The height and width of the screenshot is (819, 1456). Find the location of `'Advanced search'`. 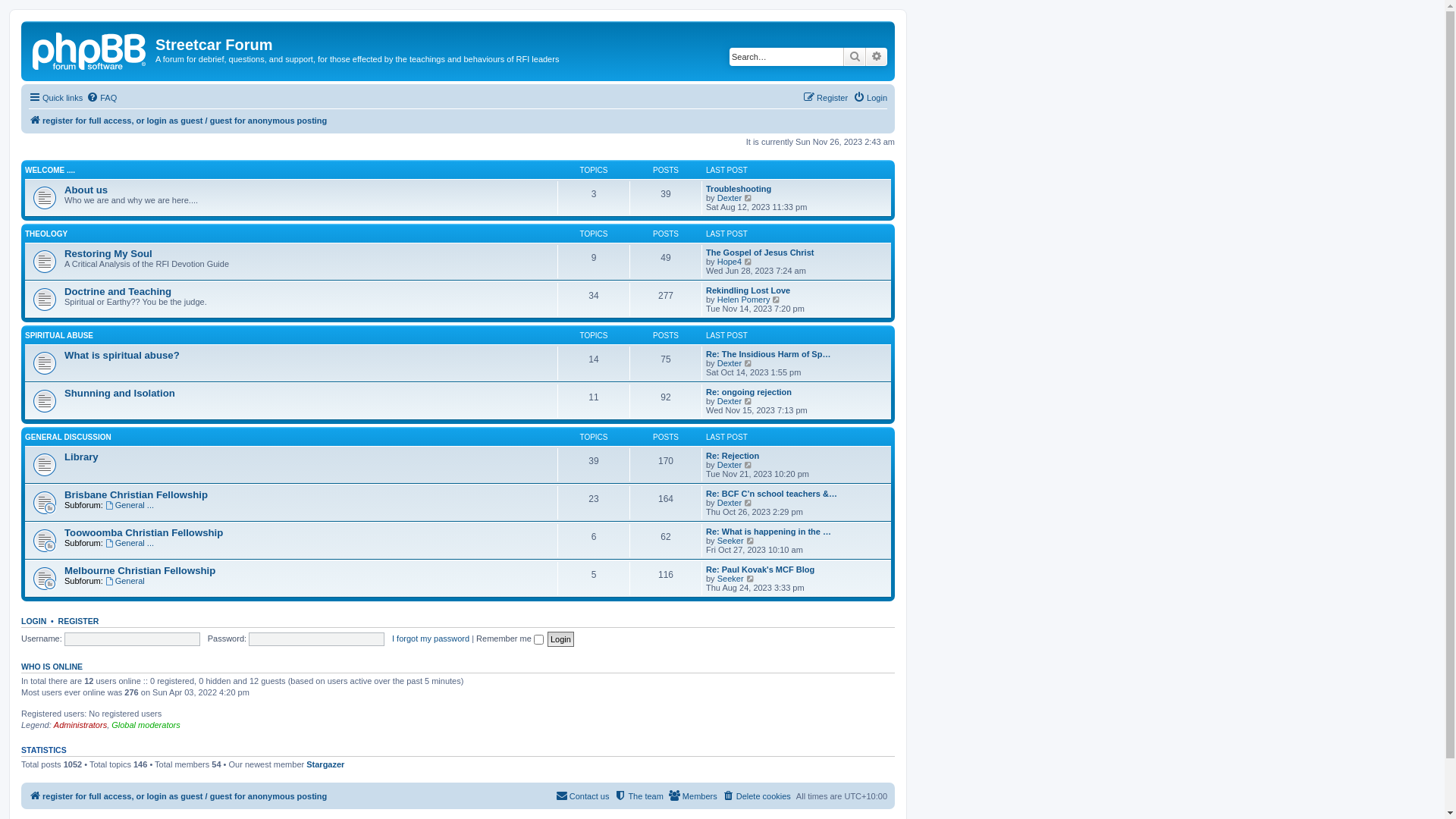

'Advanced search' is located at coordinates (877, 55).